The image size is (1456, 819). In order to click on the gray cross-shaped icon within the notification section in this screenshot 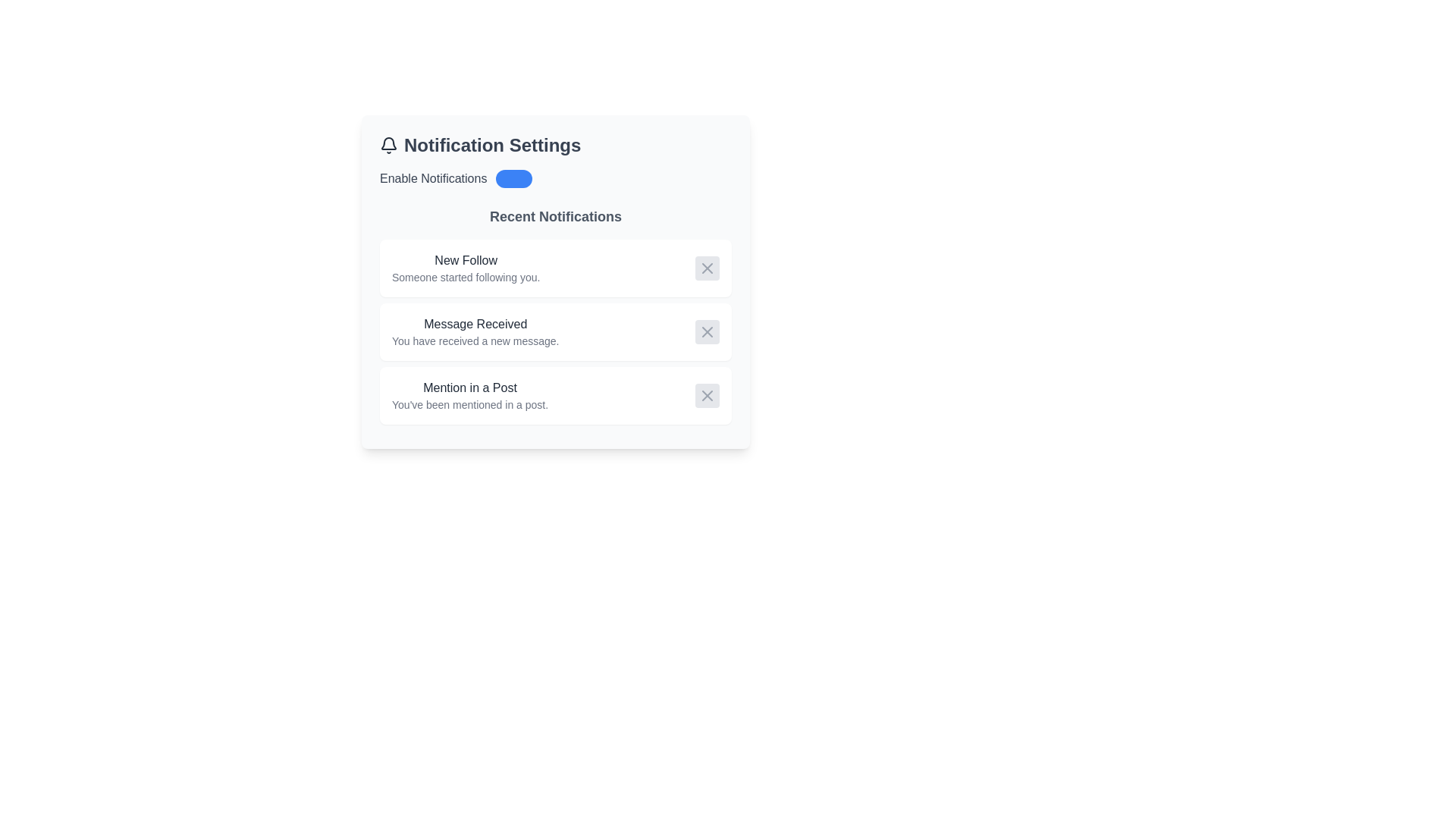, I will do `click(706, 331)`.